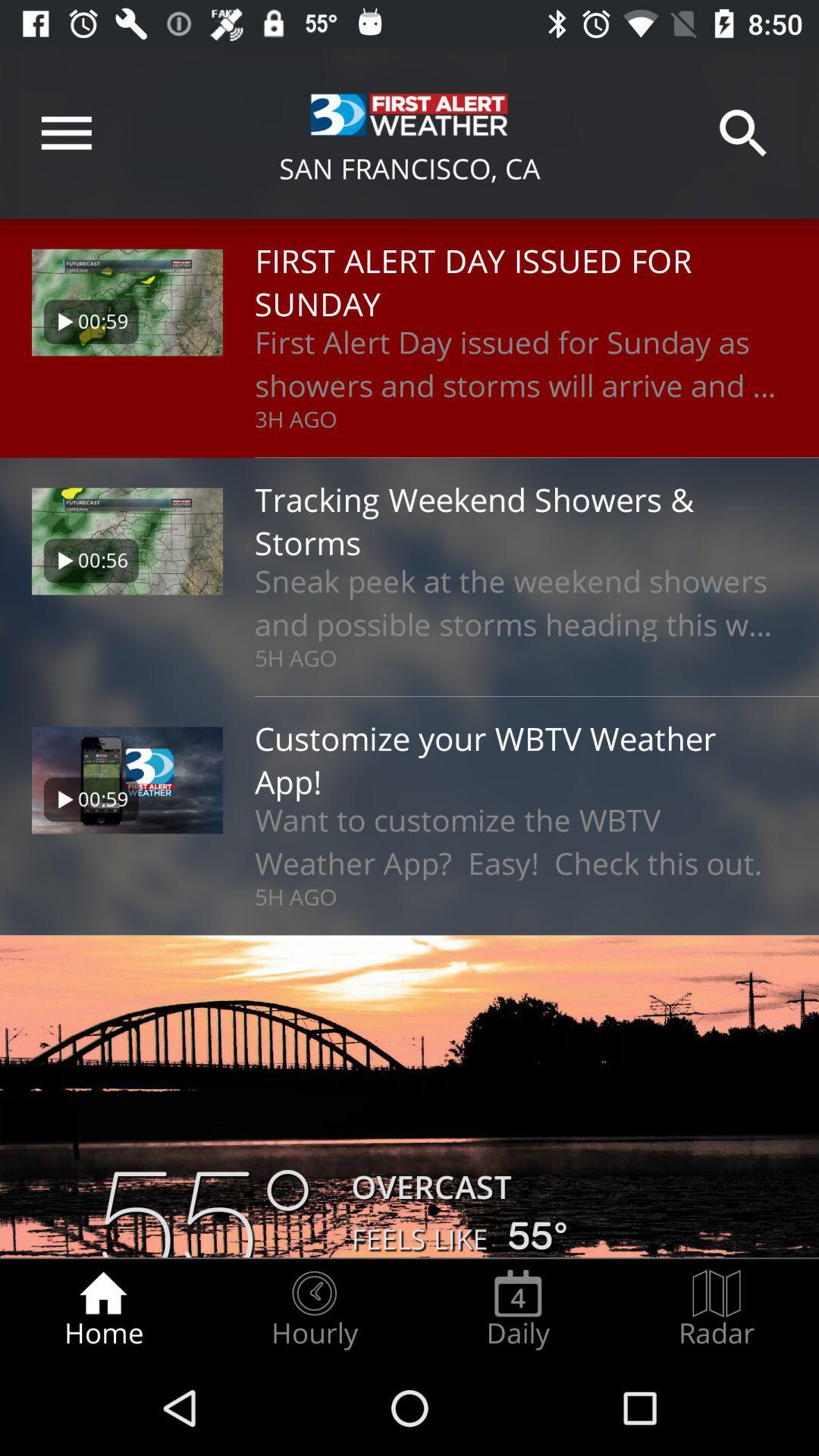  What do you see at coordinates (313, 1309) in the screenshot?
I see `radio button next to the home` at bounding box center [313, 1309].